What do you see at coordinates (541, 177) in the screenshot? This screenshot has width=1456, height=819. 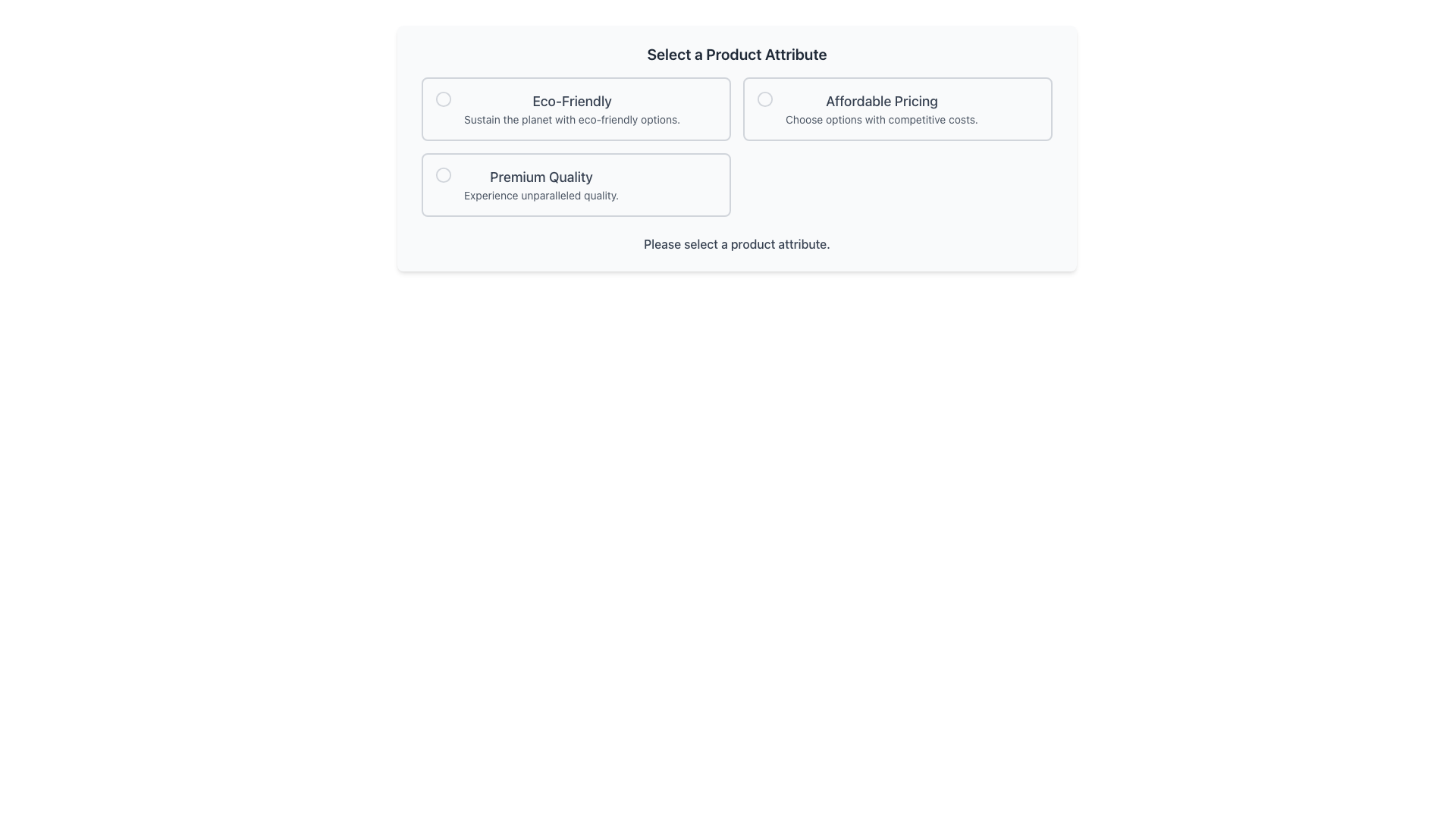 I see `title text element located at the center of the 'Premium Quality' selection option, which provides guidance on the attribute being selected` at bounding box center [541, 177].